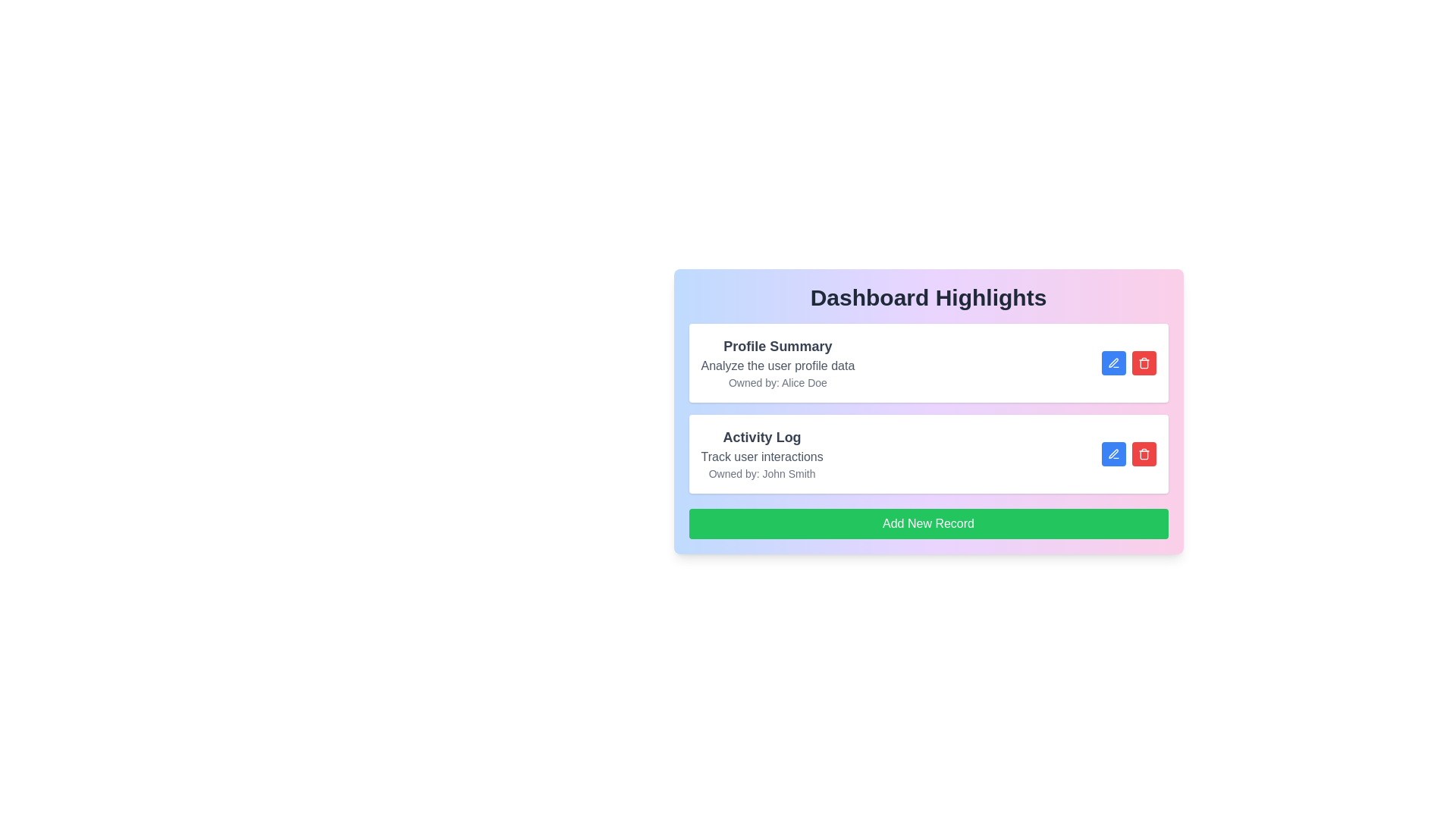 Image resolution: width=1456 pixels, height=819 pixels. What do you see at coordinates (1144, 454) in the screenshot?
I see `the middle part of the trash can icon located at the bottom-right corner of the 'Activity Log' card under 'Dashboard Highlights'` at bounding box center [1144, 454].